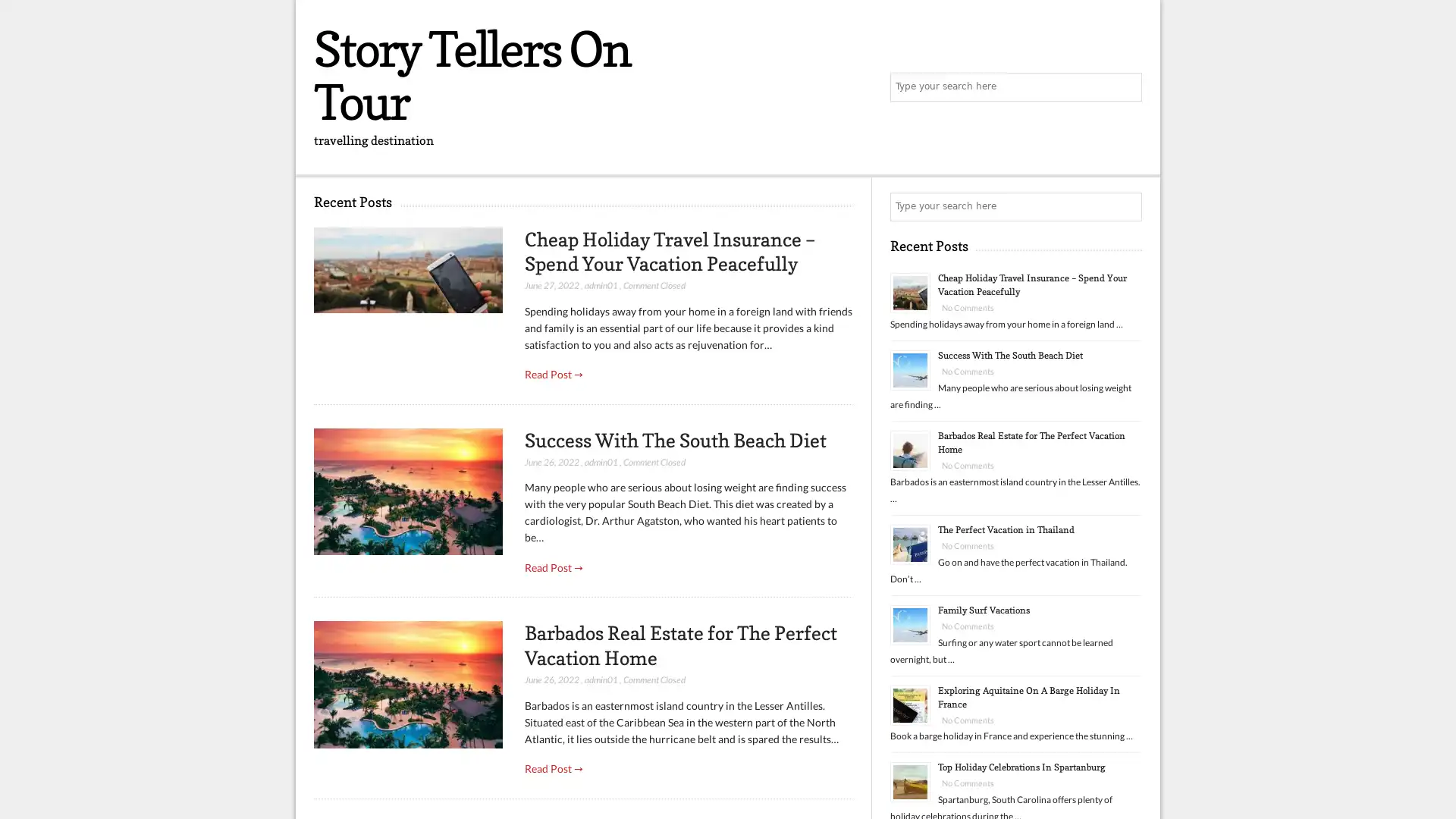 The width and height of the screenshot is (1456, 819). What do you see at coordinates (1126, 87) in the screenshot?
I see `Search` at bounding box center [1126, 87].